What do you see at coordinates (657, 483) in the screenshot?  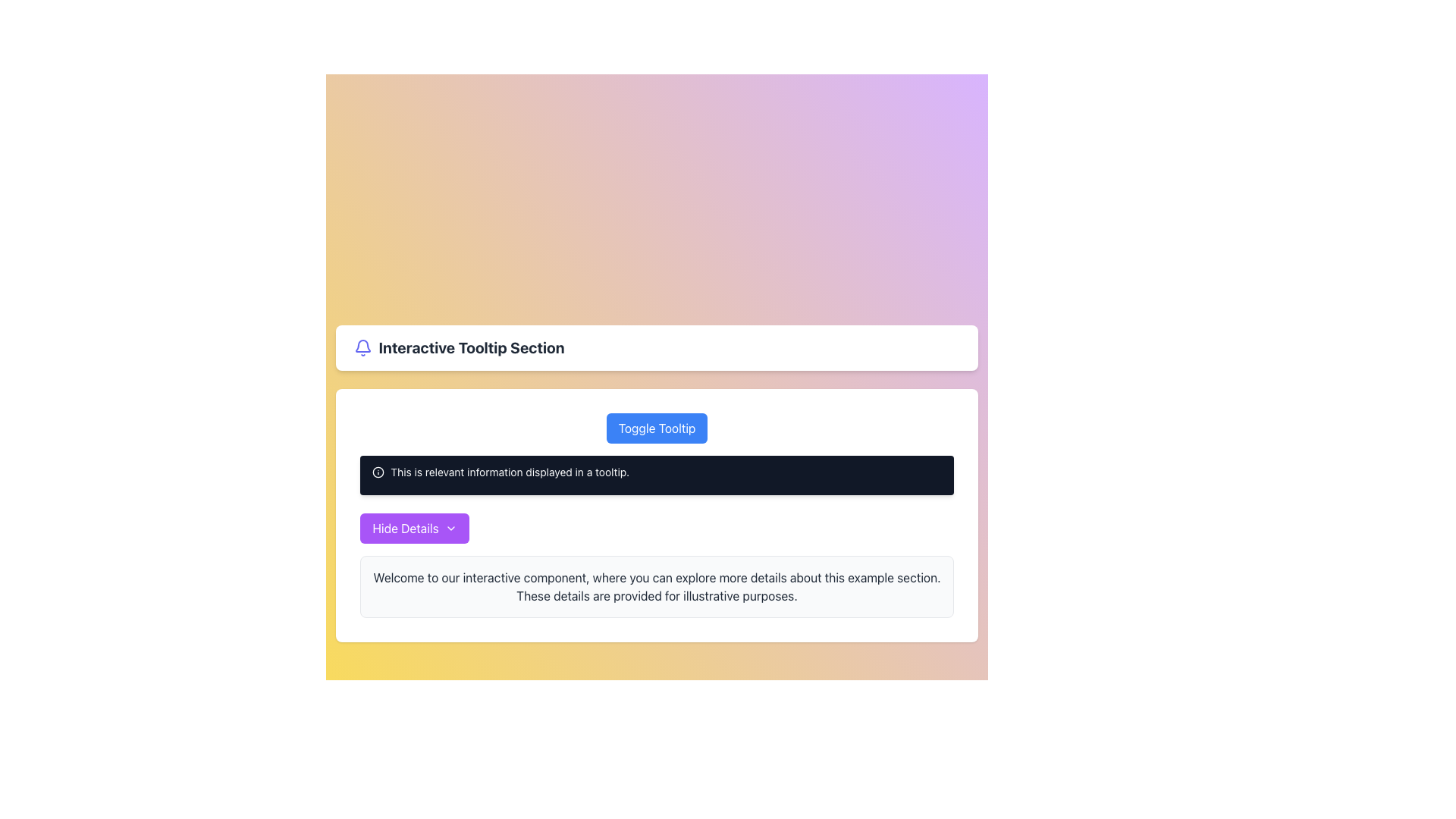 I see `the Informational Tooltip located centrally below the title 'Interactive Tooltip Section' and above the 'Hide Details' button to trigger the tooltip` at bounding box center [657, 483].